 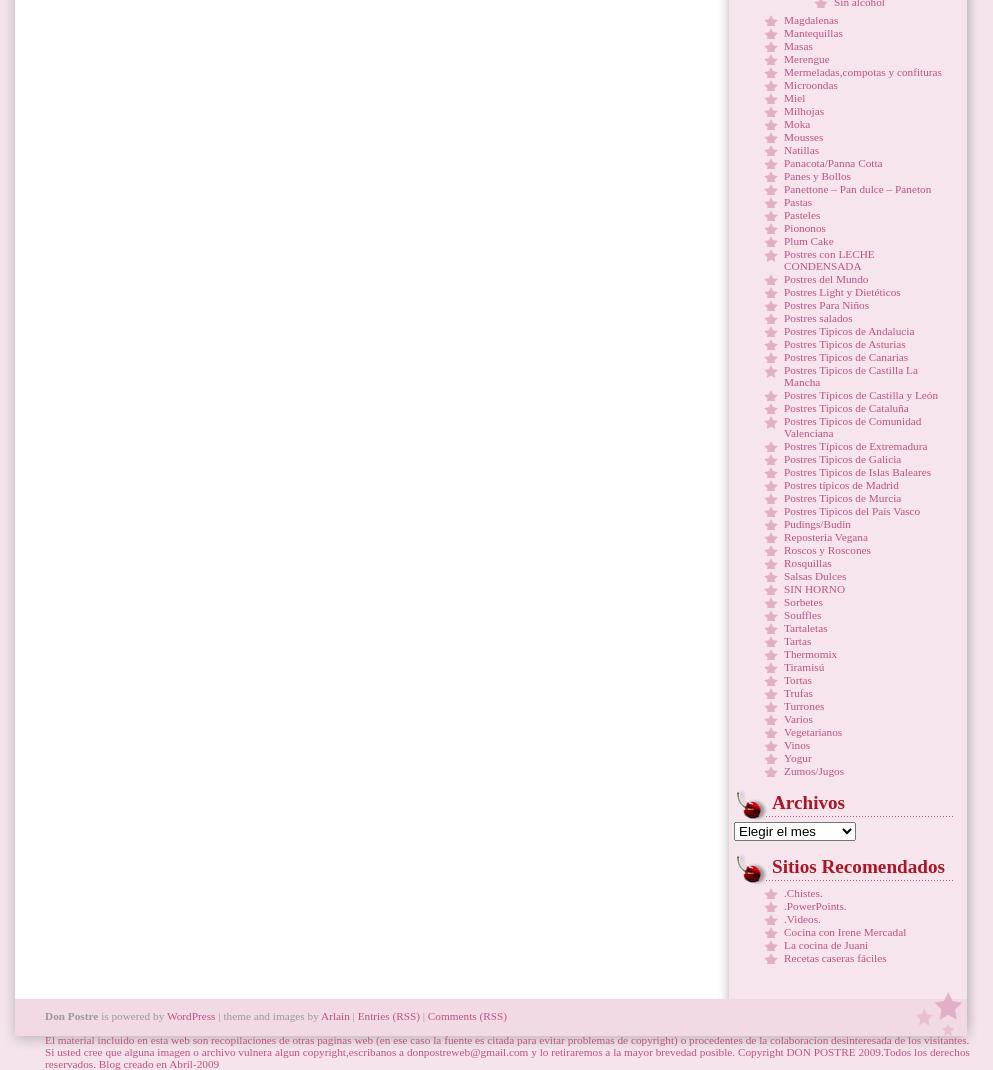 What do you see at coordinates (796, 679) in the screenshot?
I see `'Tortas'` at bounding box center [796, 679].